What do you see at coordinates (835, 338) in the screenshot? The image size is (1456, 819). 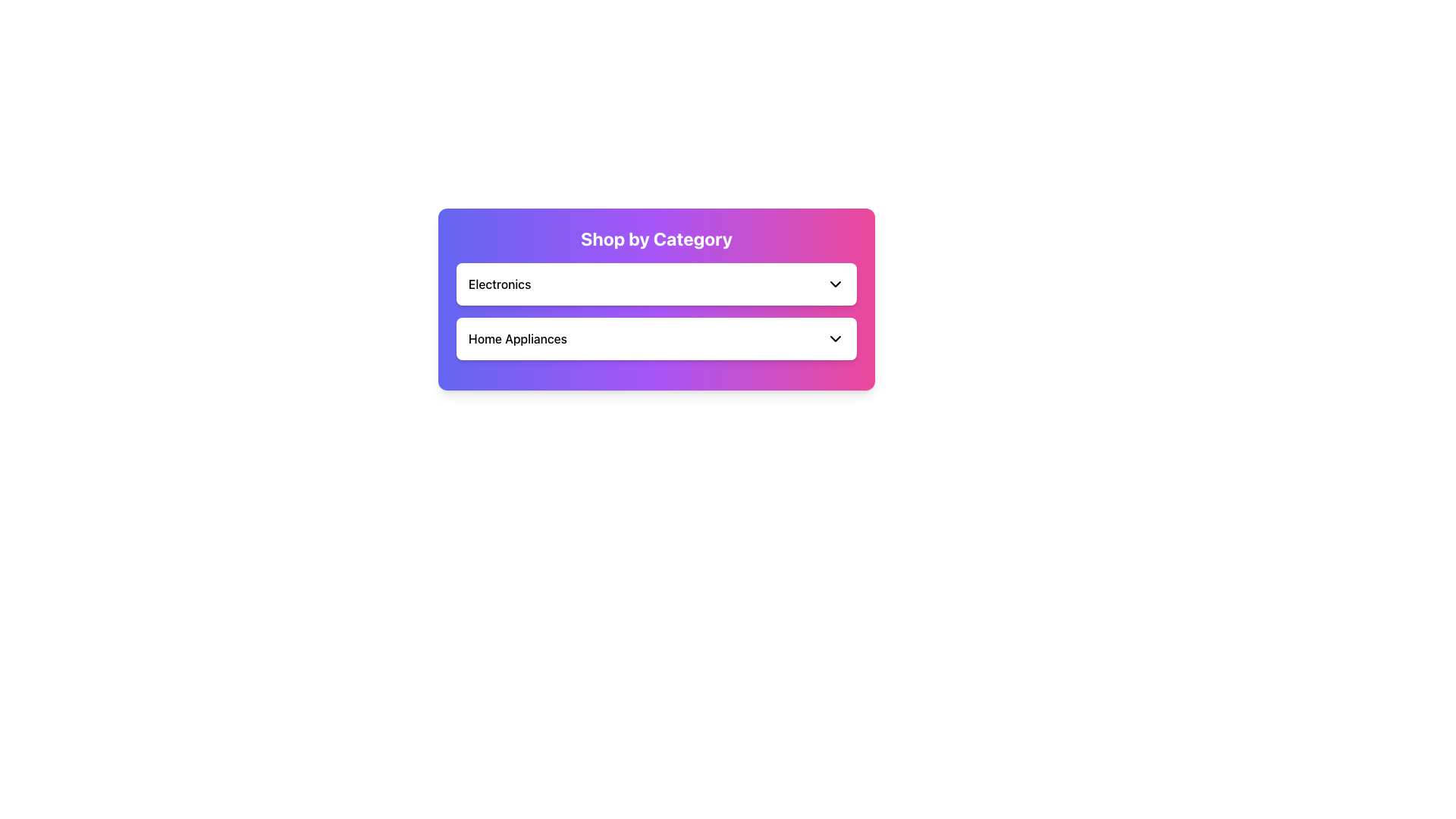 I see `the chevron icon` at bounding box center [835, 338].